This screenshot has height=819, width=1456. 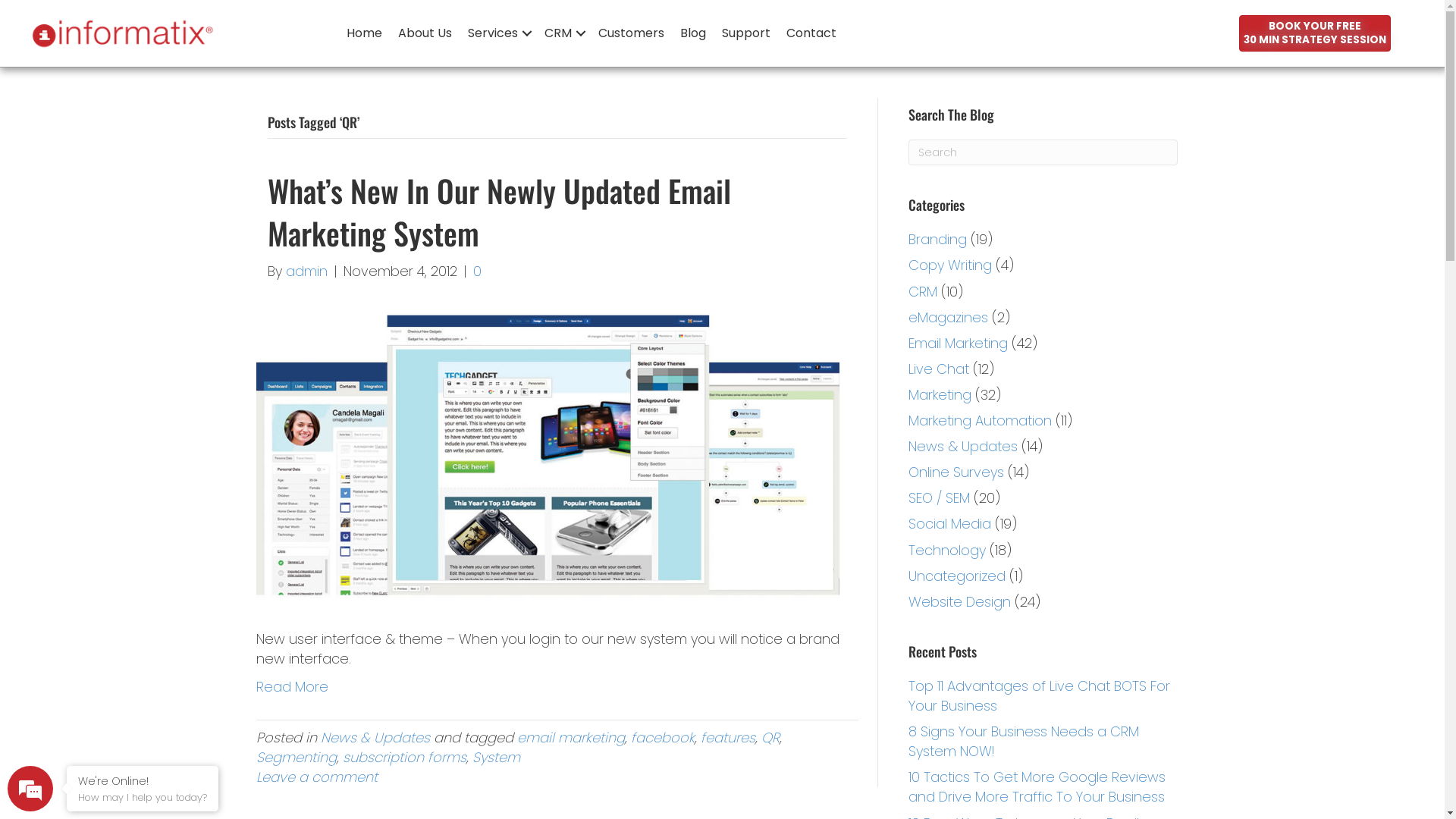 I want to click on 'System', so click(x=495, y=757).